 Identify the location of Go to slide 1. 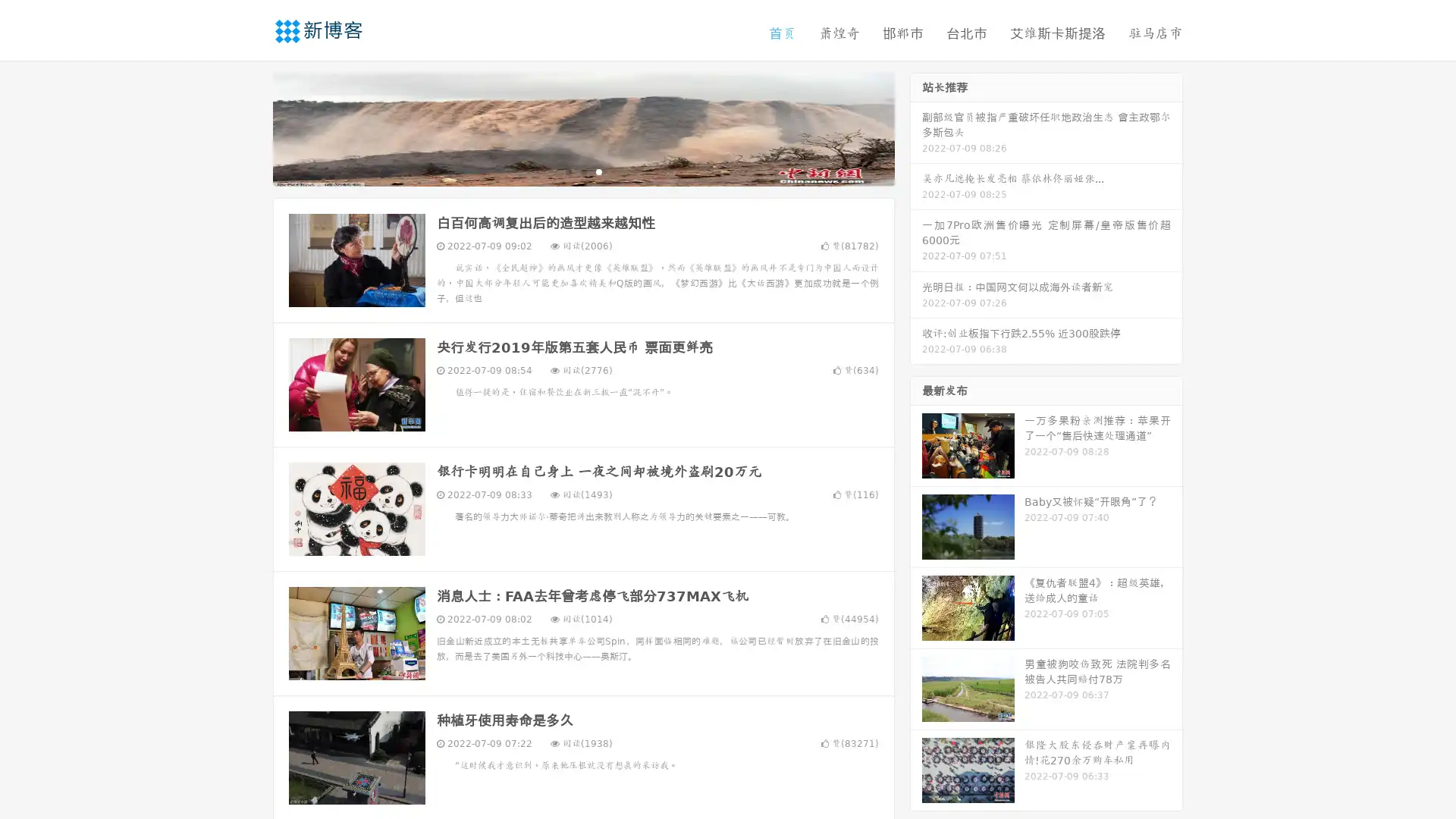
(567, 171).